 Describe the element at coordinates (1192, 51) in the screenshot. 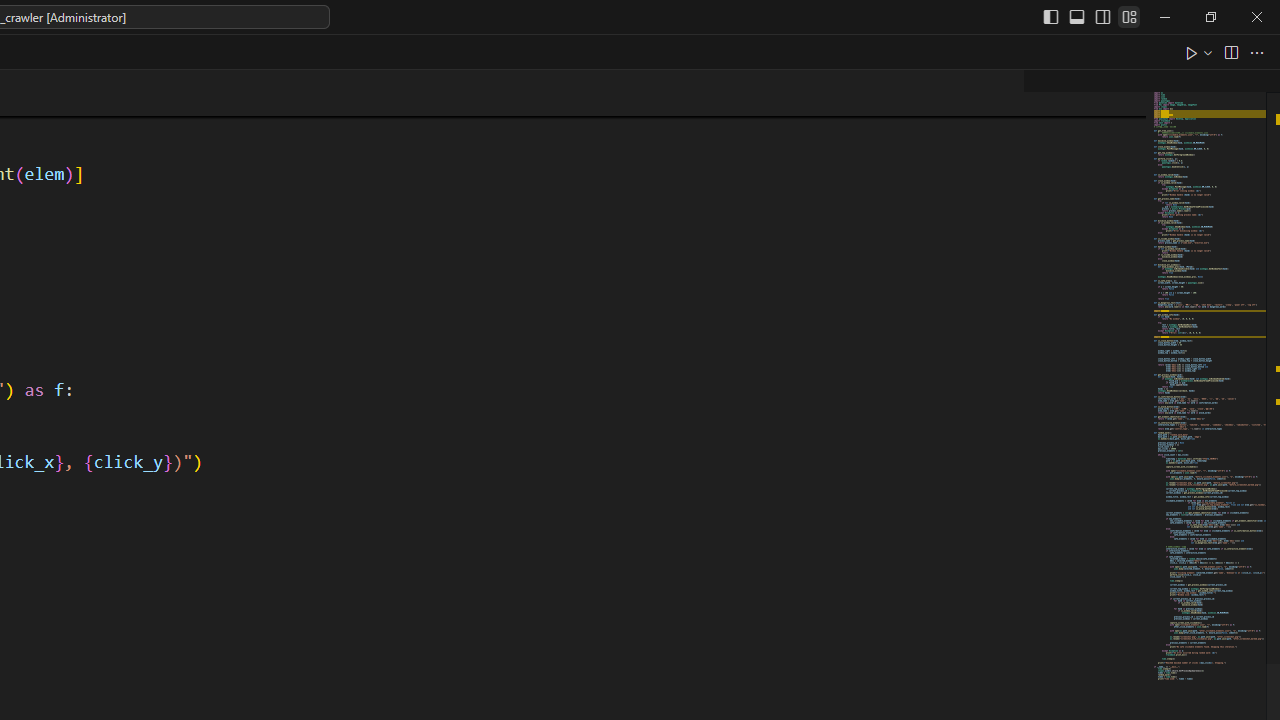

I see `'Run Python File'` at that location.